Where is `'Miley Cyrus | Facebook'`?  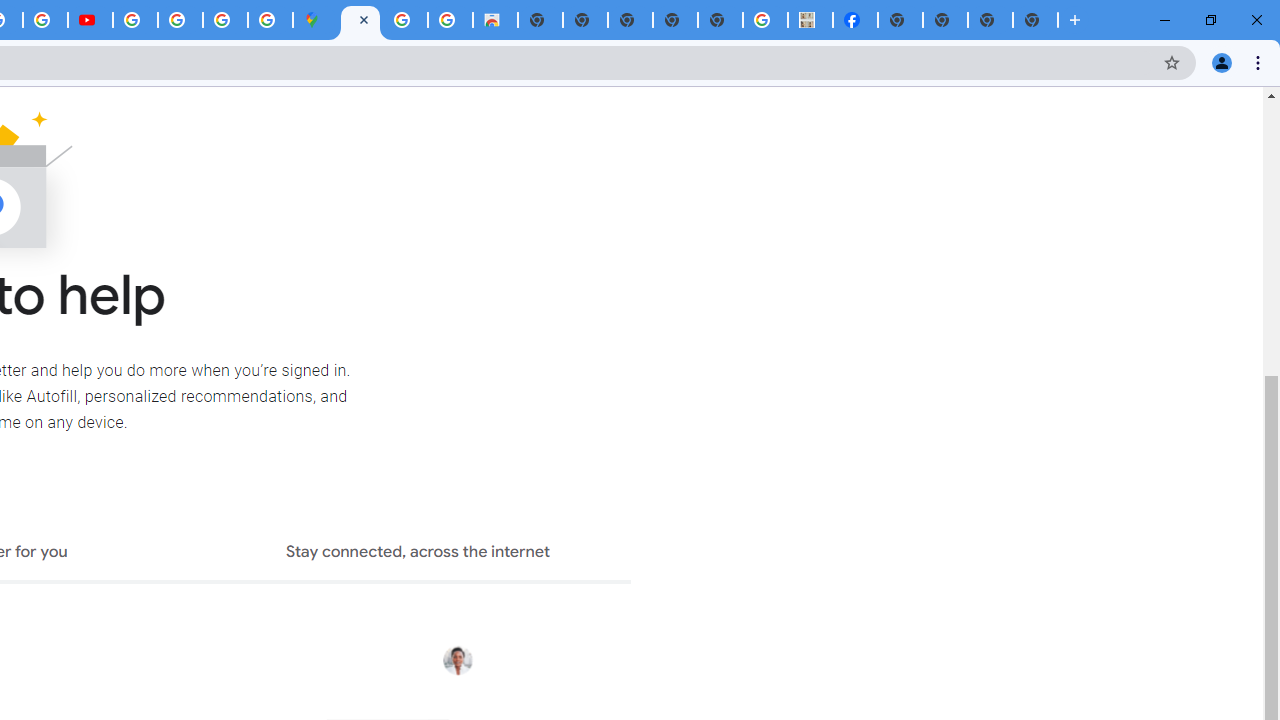 'Miley Cyrus | Facebook' is located at coordinates (855, 20).